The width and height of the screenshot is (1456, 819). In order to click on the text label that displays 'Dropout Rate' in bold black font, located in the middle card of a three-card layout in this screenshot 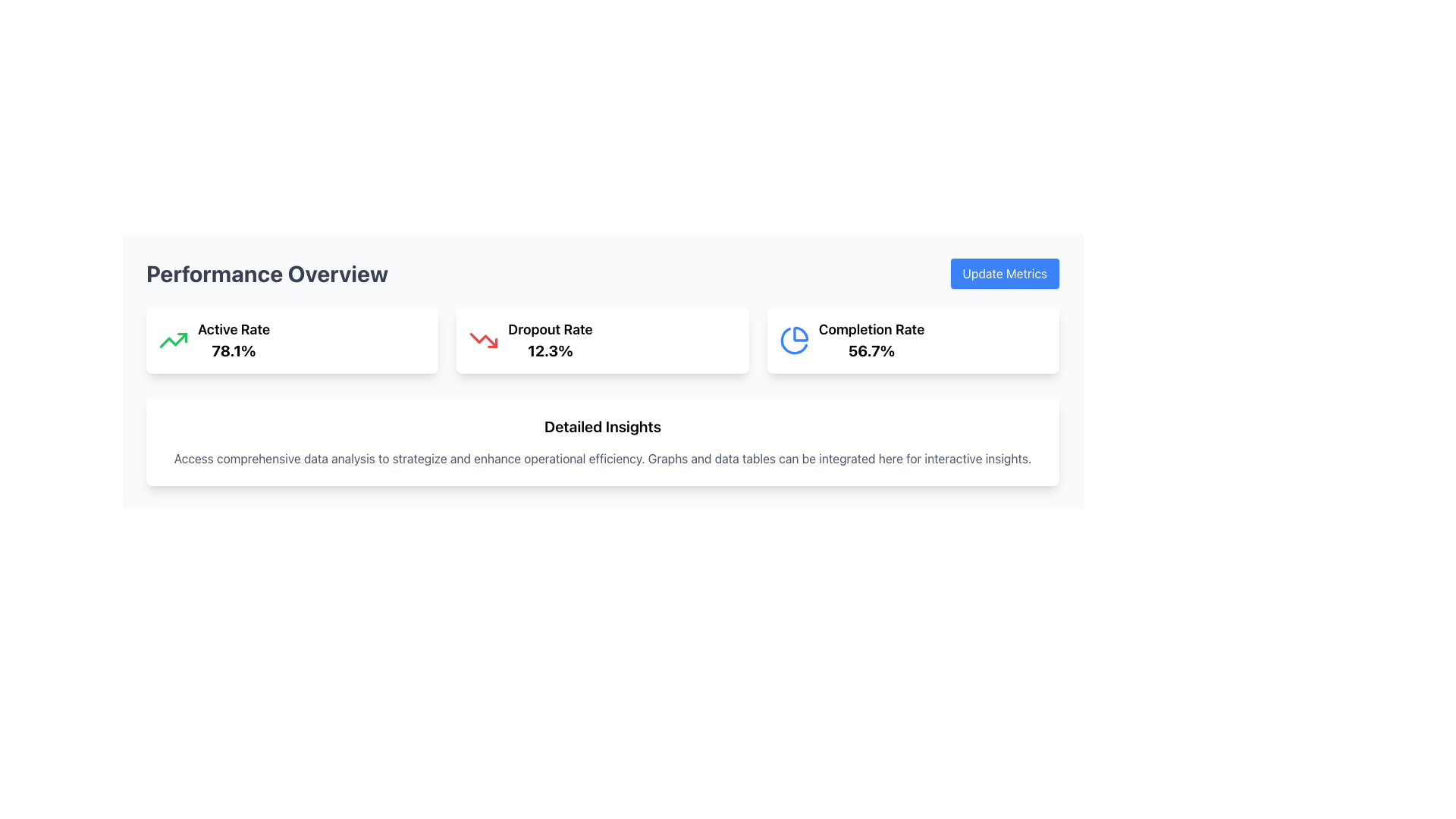, I will do `click(549, 329)`.